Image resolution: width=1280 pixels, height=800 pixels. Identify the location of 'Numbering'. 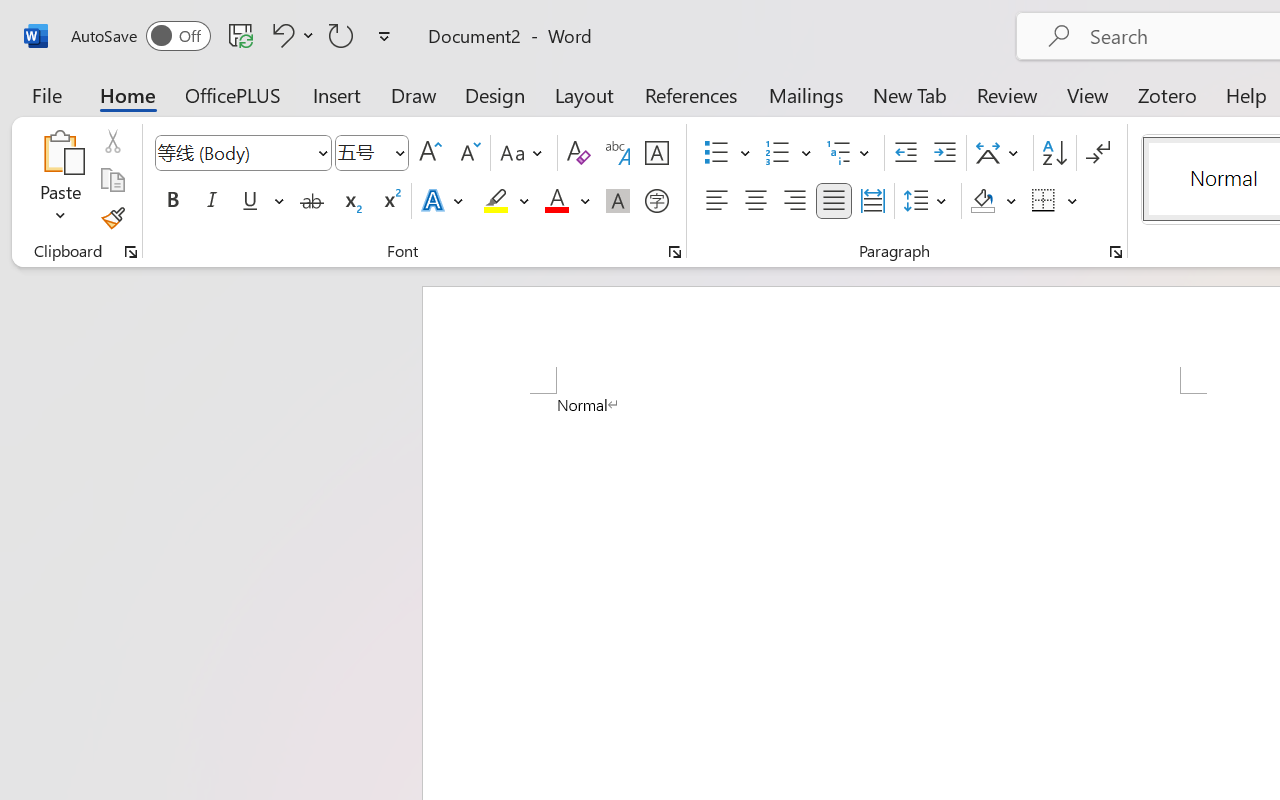
(788, 153).